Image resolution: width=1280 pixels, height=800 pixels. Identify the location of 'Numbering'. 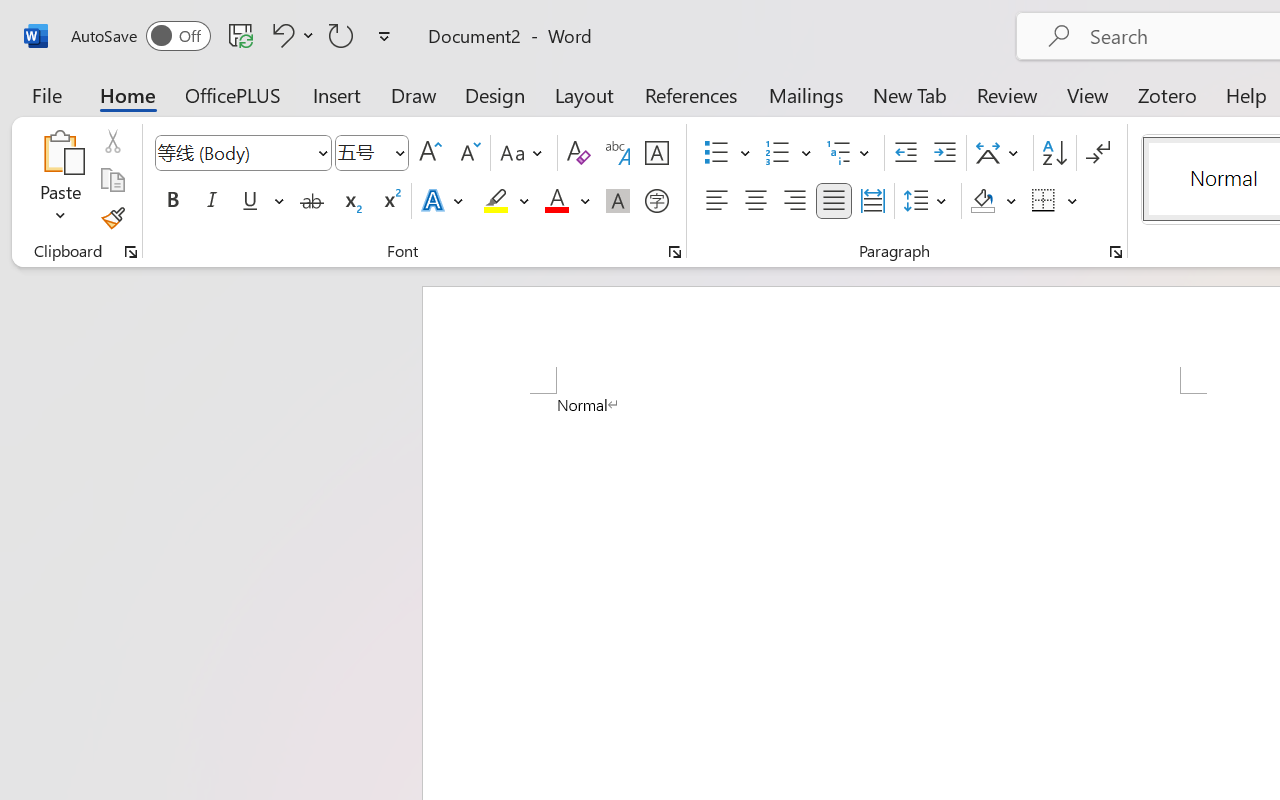
(788, 153).